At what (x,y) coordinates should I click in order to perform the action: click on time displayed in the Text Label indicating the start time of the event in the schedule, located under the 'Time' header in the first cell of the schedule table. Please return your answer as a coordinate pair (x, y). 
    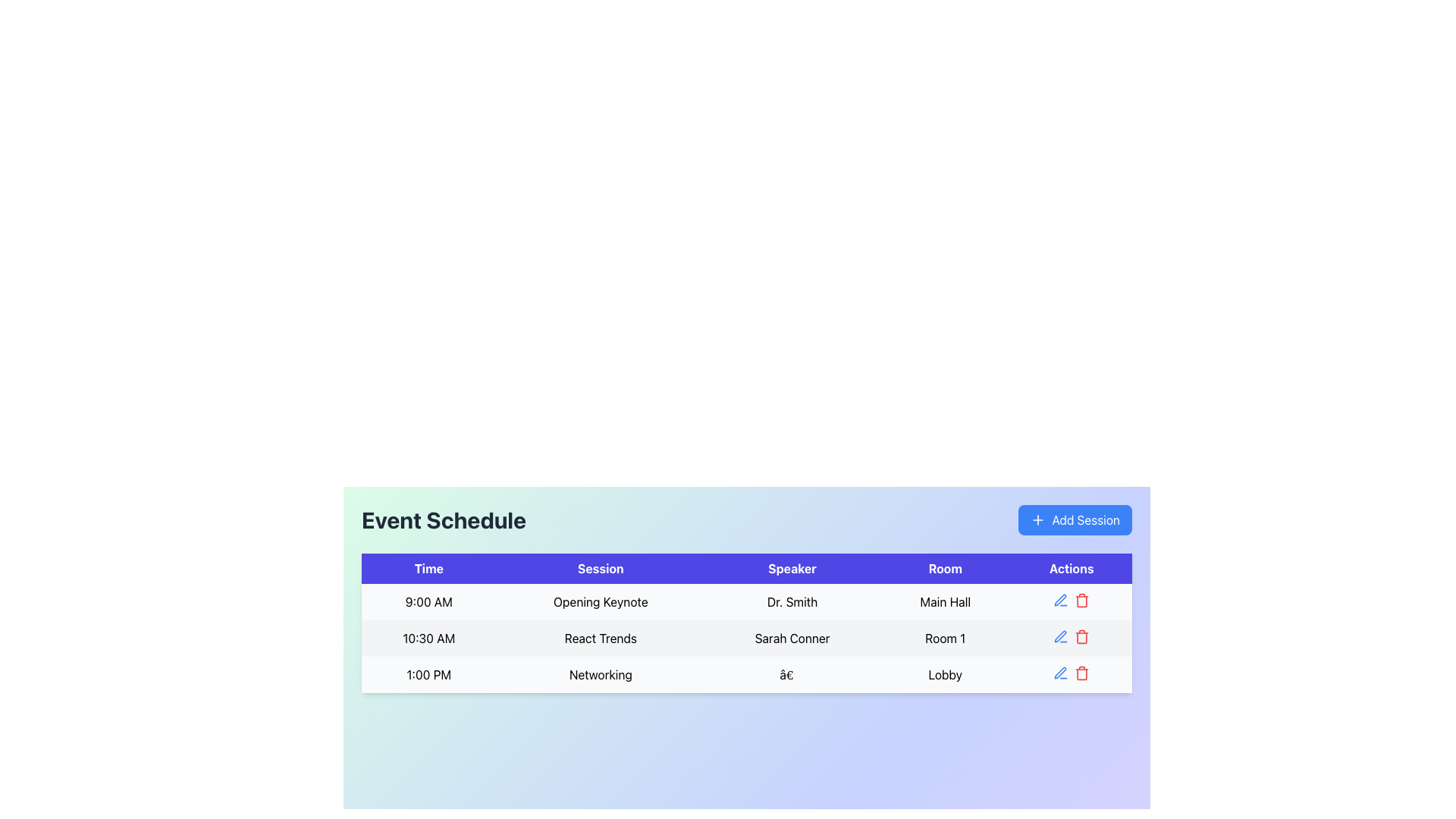
    Looking at the image, I should click on (428, 601).